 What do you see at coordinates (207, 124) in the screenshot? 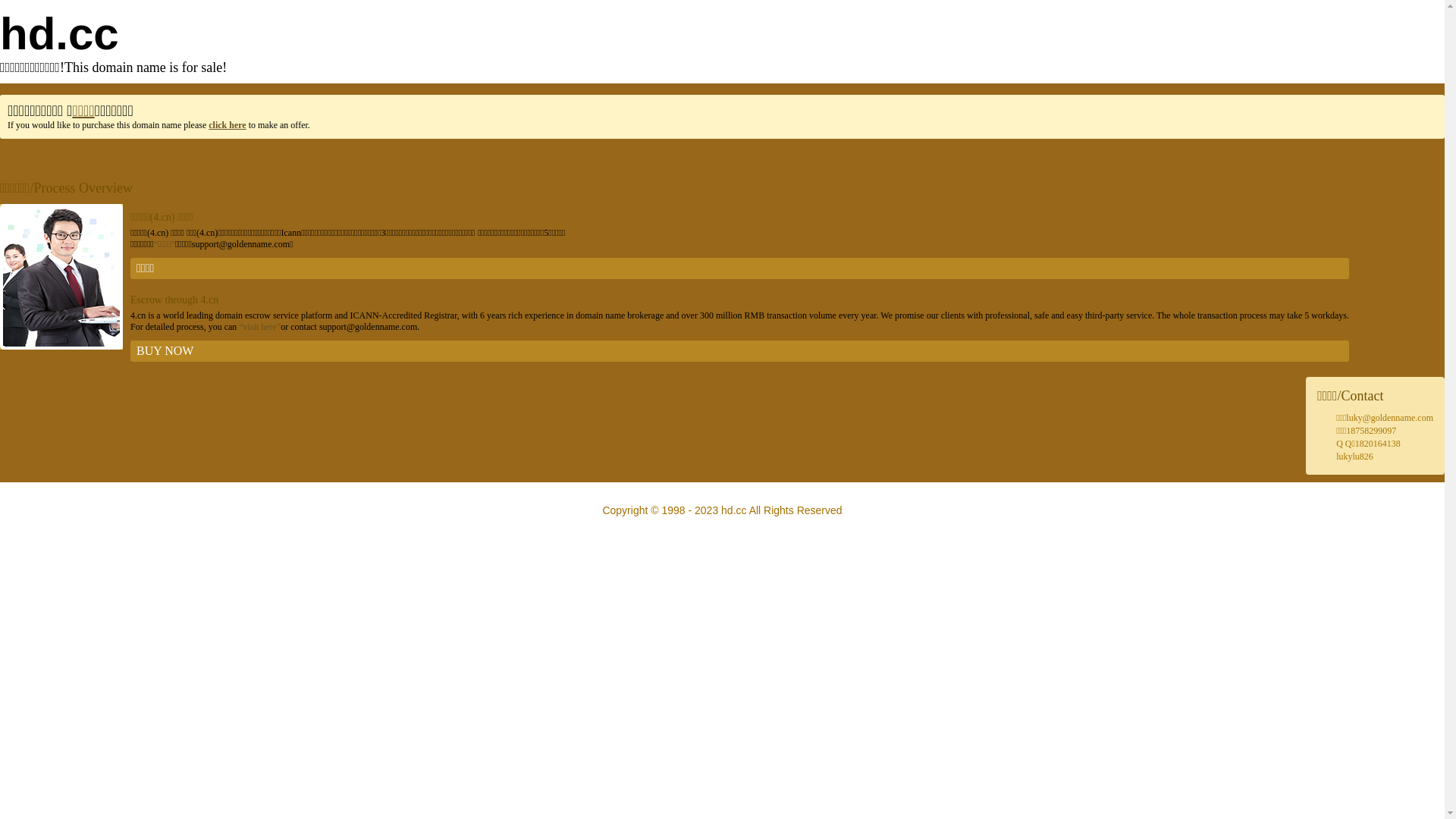
I see `'click here'` at bounding box center [207, 124].